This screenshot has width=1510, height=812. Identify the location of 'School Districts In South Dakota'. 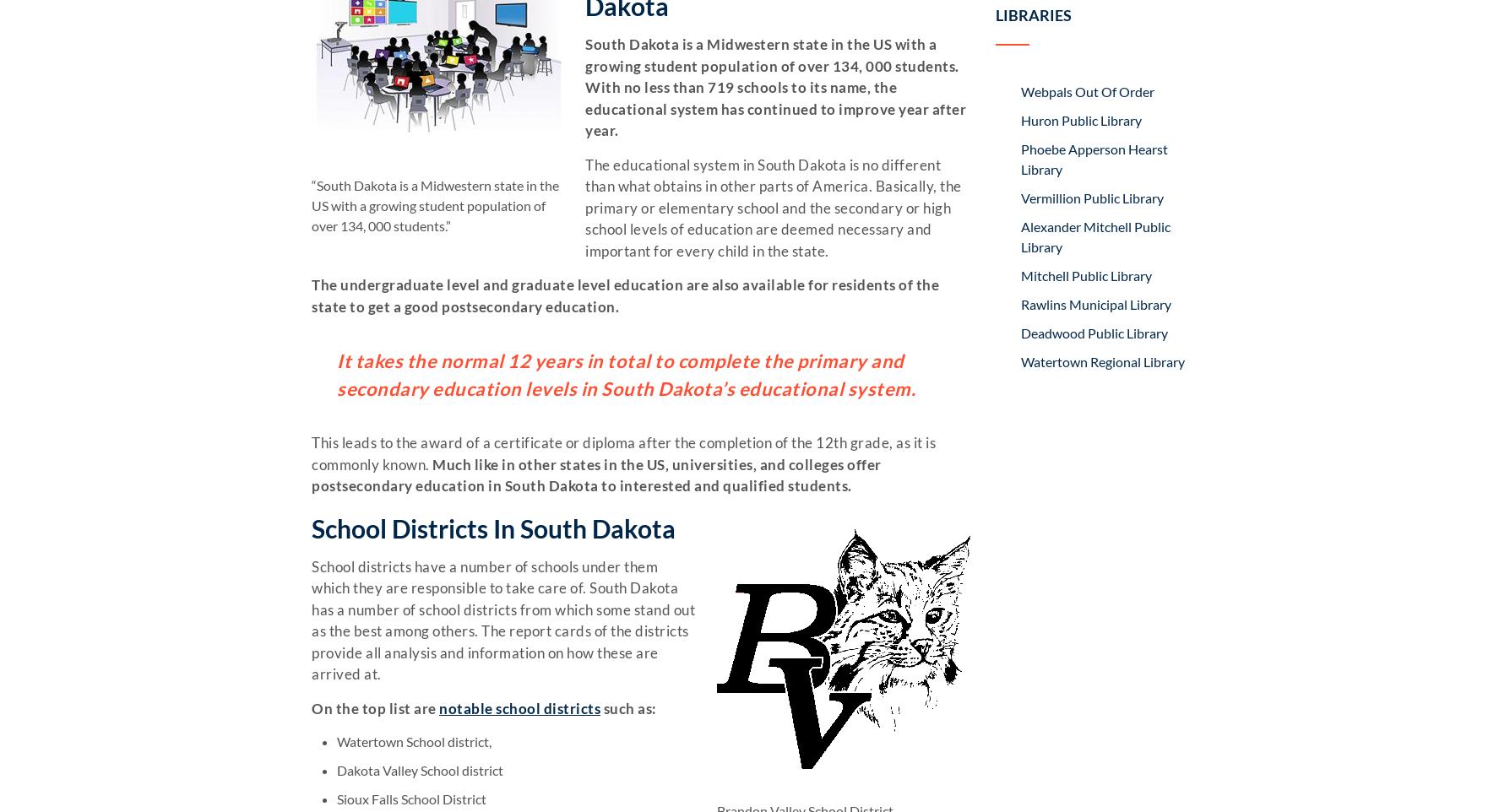
(493, 527).